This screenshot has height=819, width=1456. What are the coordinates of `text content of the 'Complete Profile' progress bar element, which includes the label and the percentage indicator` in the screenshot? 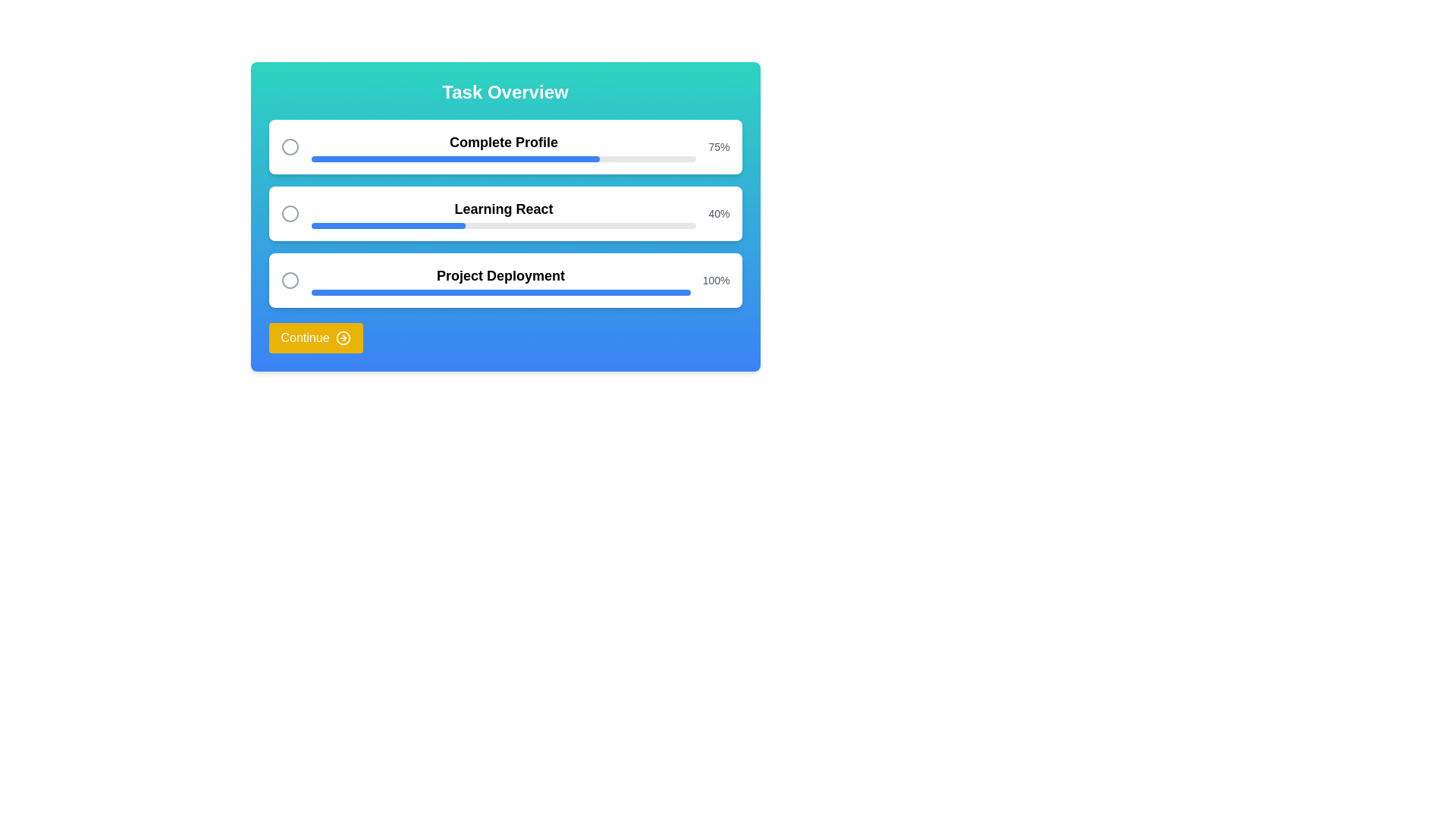 It's located at (504, 146).